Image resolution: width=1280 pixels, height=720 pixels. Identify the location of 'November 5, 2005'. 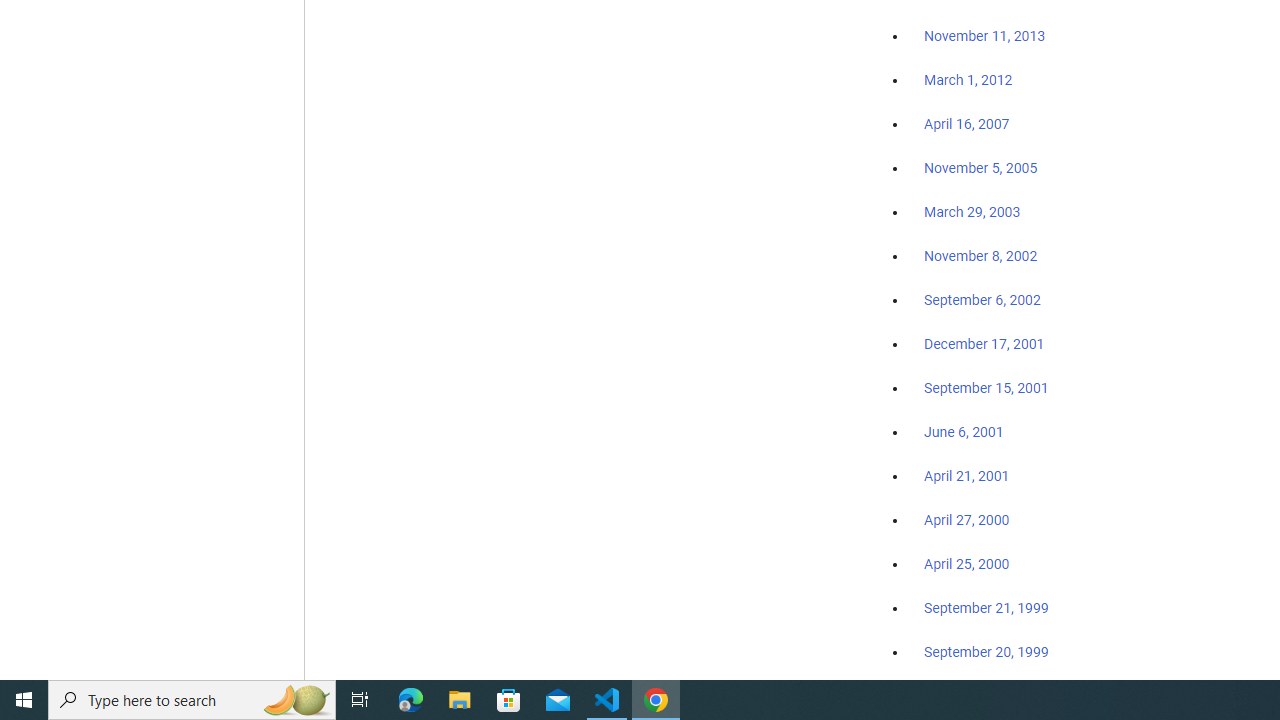
(981, 167).